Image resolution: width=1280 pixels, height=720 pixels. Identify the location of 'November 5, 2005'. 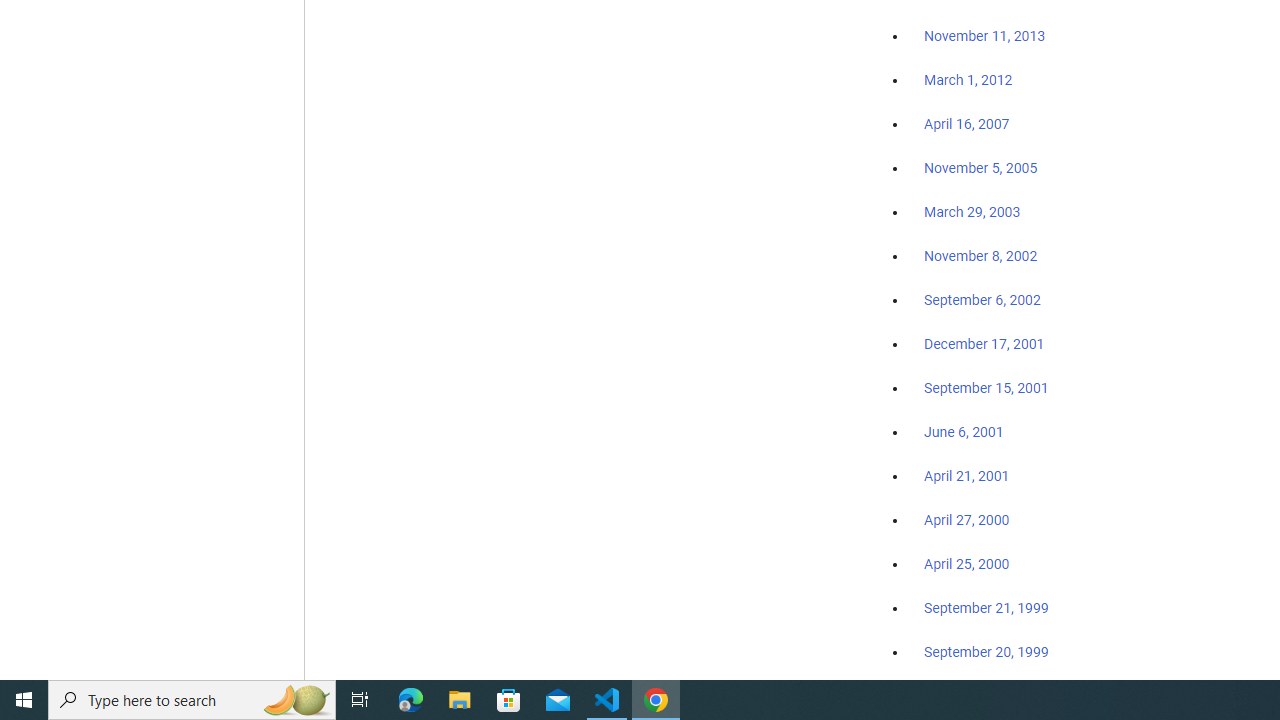
(981, 167).